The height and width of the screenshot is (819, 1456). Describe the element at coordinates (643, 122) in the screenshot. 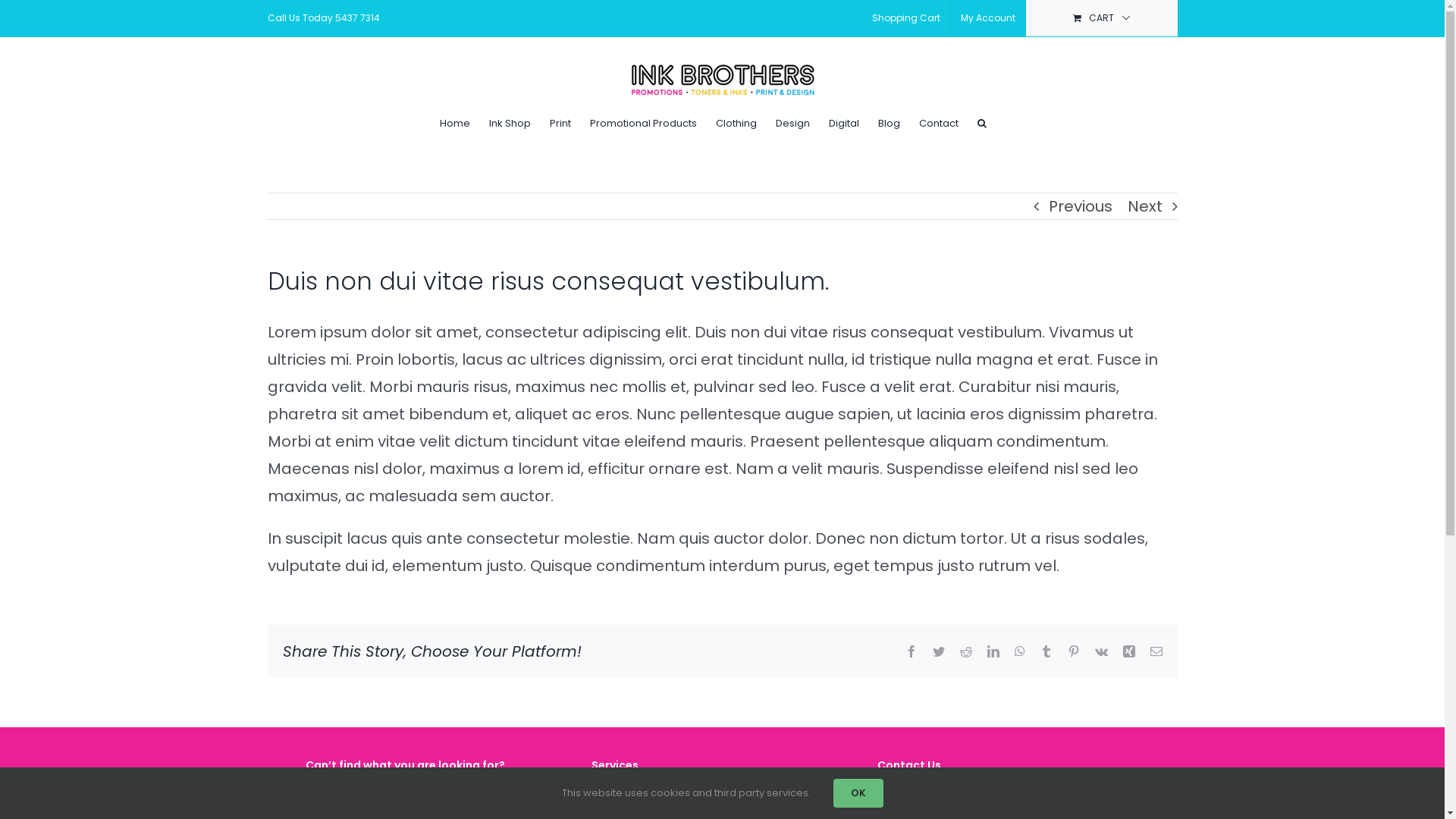

I see `'Promotional Products'` at that location.